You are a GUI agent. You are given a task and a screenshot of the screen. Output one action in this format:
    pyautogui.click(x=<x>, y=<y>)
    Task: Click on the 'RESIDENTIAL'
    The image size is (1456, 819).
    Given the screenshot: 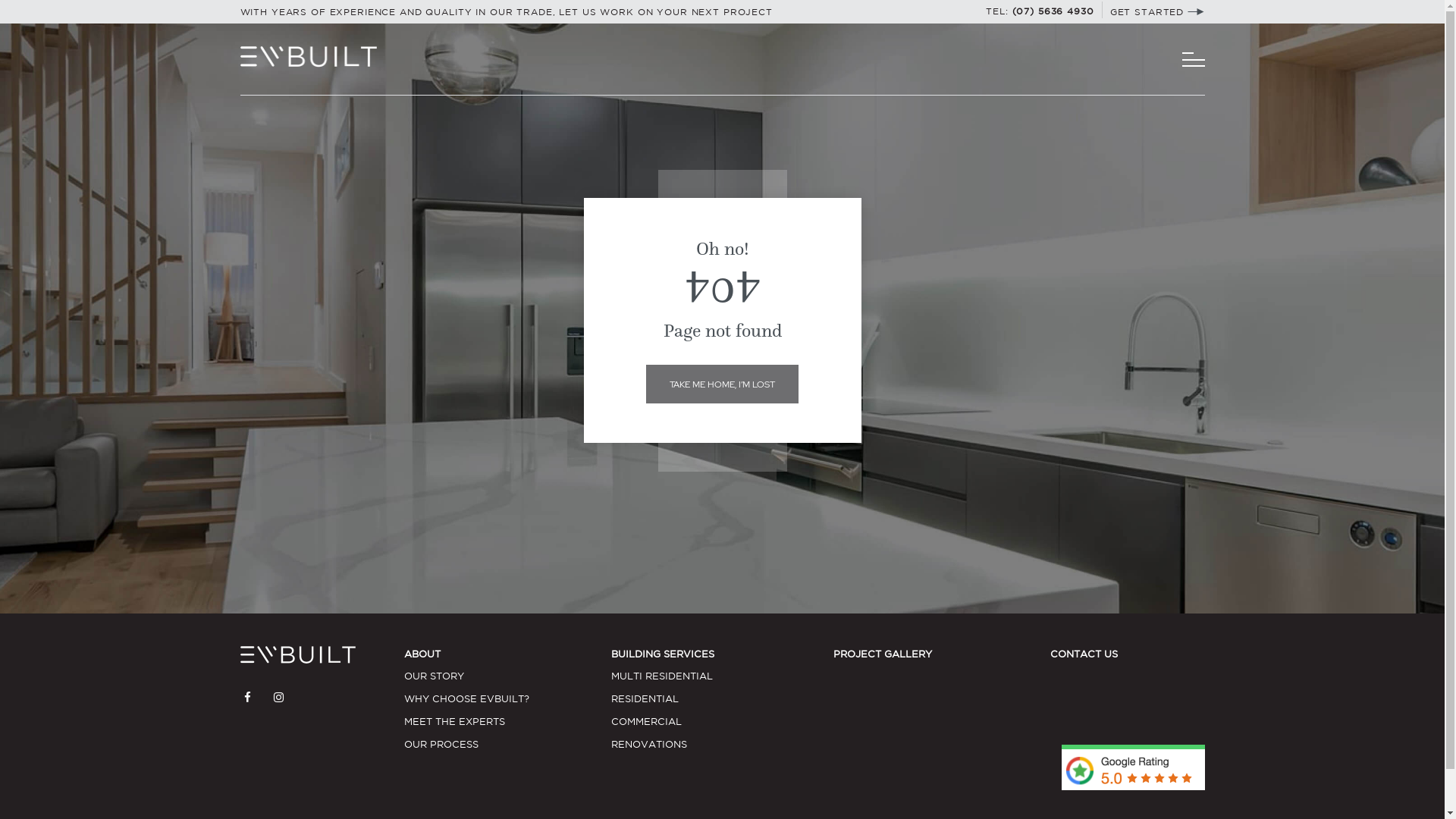 What is the action you would take?
    pyautogui.click(x=611, y=698)
    